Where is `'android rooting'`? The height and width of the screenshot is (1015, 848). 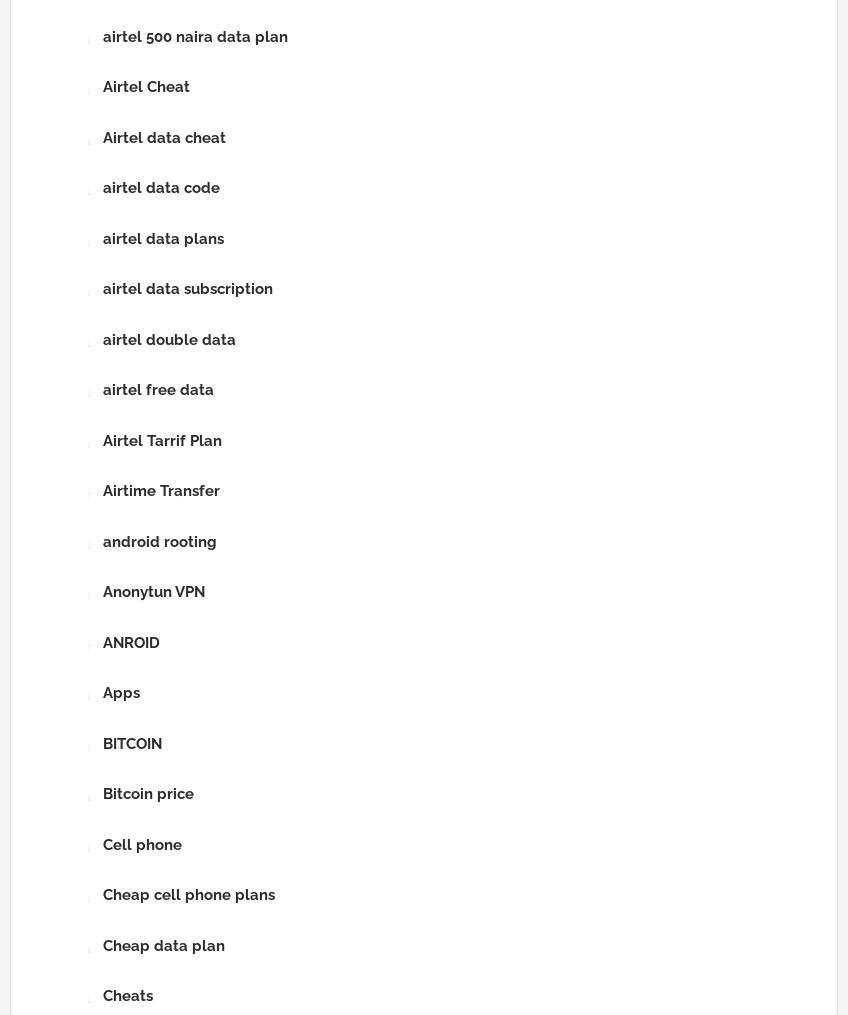
'android rooting' is located at coordinates (103, 540).